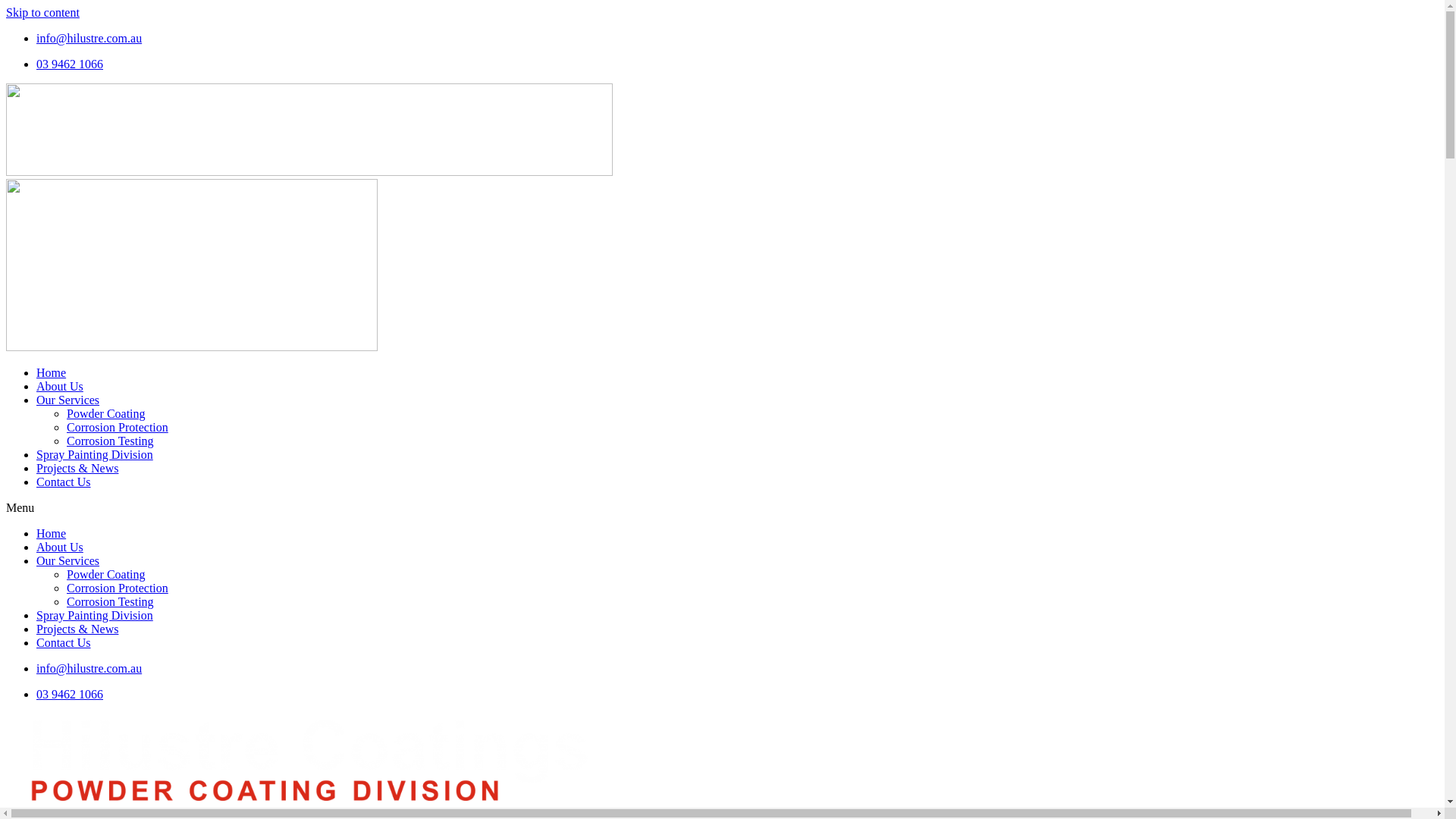 Image resolution: width=1456 pixels, height=819 pixels. Describe the element at coordinates (36, 467) in the screenshot. I see `'Projects & News'` at that location.